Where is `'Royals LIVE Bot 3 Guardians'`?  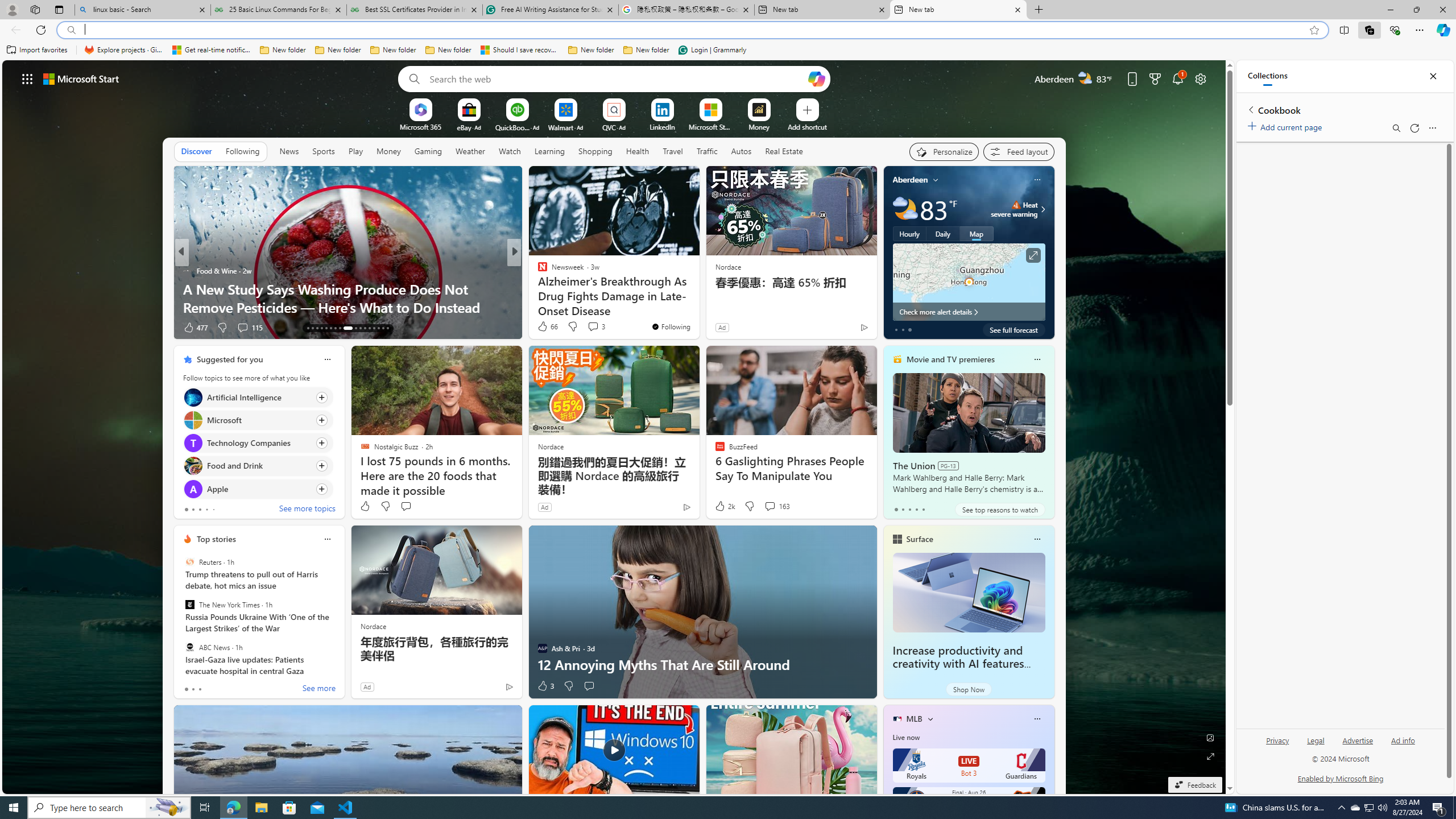
'Royals LIVE Bot 3 Guardians' is located at coordinates (969, 765).